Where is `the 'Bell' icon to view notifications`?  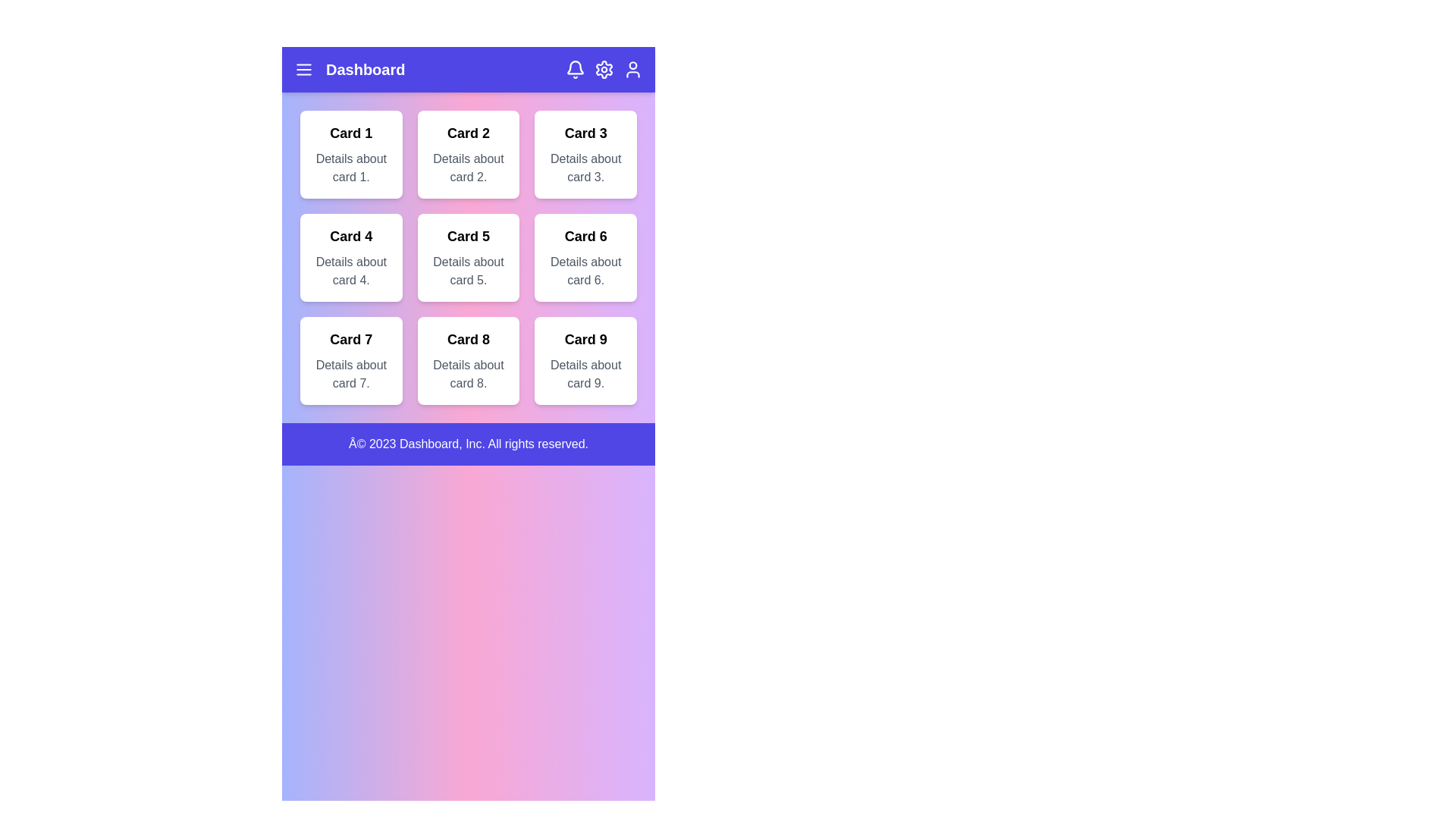 the 'Bell' icon to view notifications is located at coordinates (574, 70).